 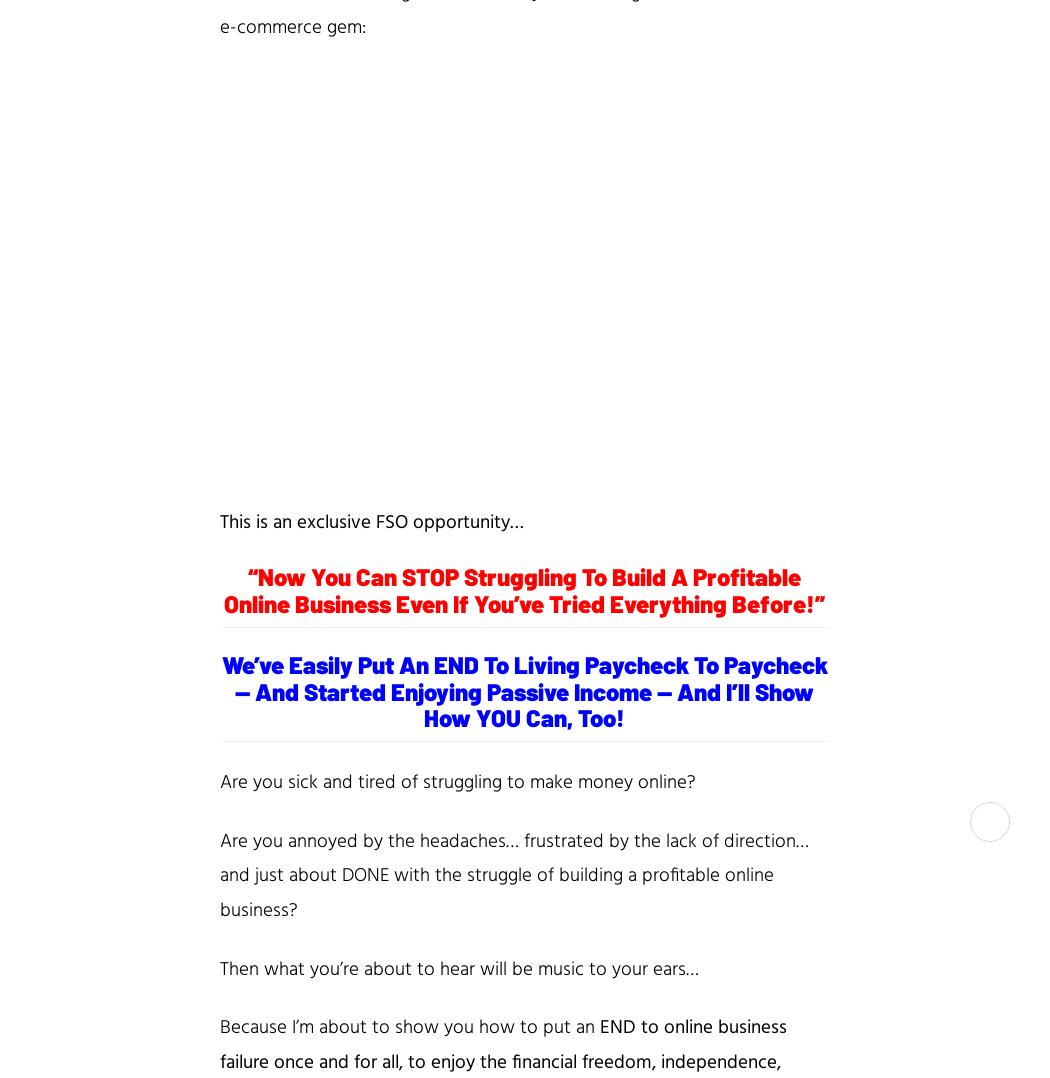 What do you see at coordinates (523, 589) in the screenshot?
I see `'“Now You Can STOP Struggling To Build A Profitable Online Business Even If You’ve Tried Everything Before!”'` at bounding box center [523, 589].